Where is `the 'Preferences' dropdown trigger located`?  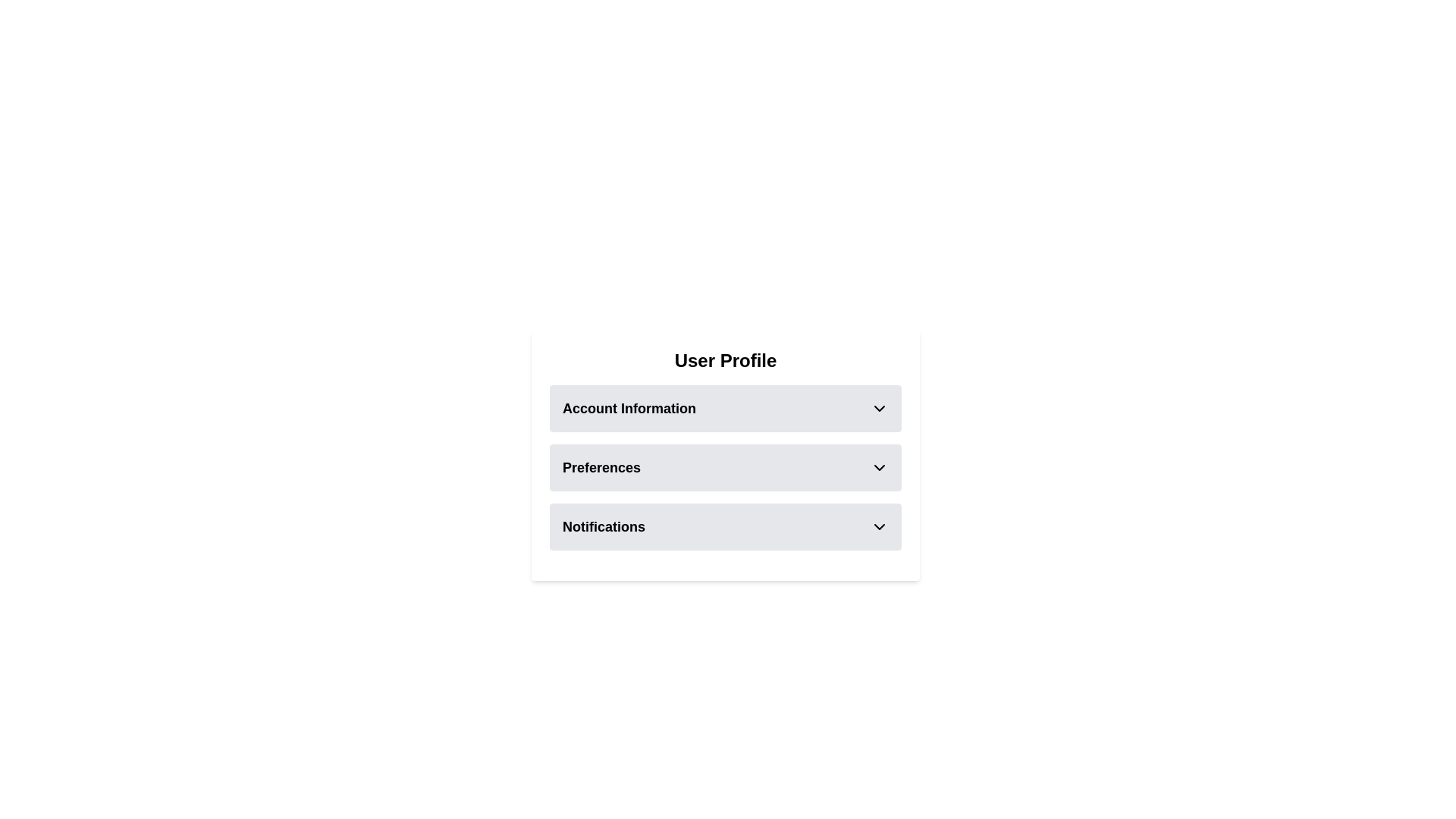 the 'Preferences' dropdown trigger located is located at coordinates (724, 467).